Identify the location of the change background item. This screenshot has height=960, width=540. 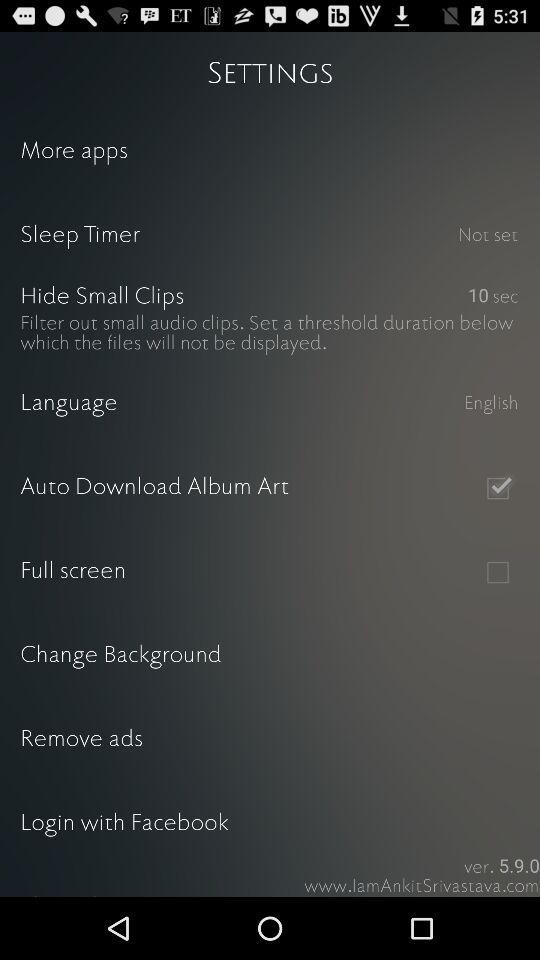
(270, 655).